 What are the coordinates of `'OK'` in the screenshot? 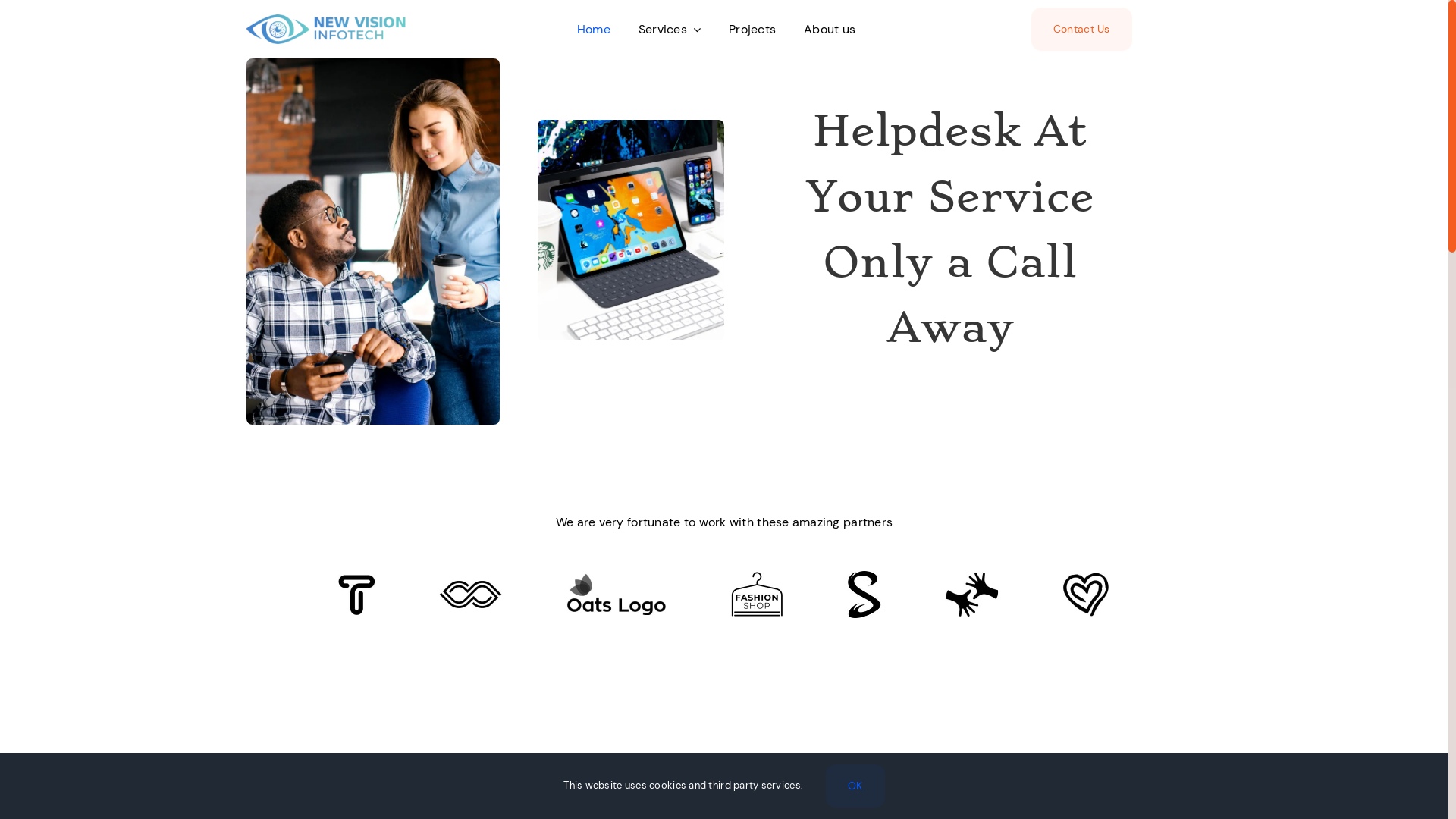 It's located at (855, 785).